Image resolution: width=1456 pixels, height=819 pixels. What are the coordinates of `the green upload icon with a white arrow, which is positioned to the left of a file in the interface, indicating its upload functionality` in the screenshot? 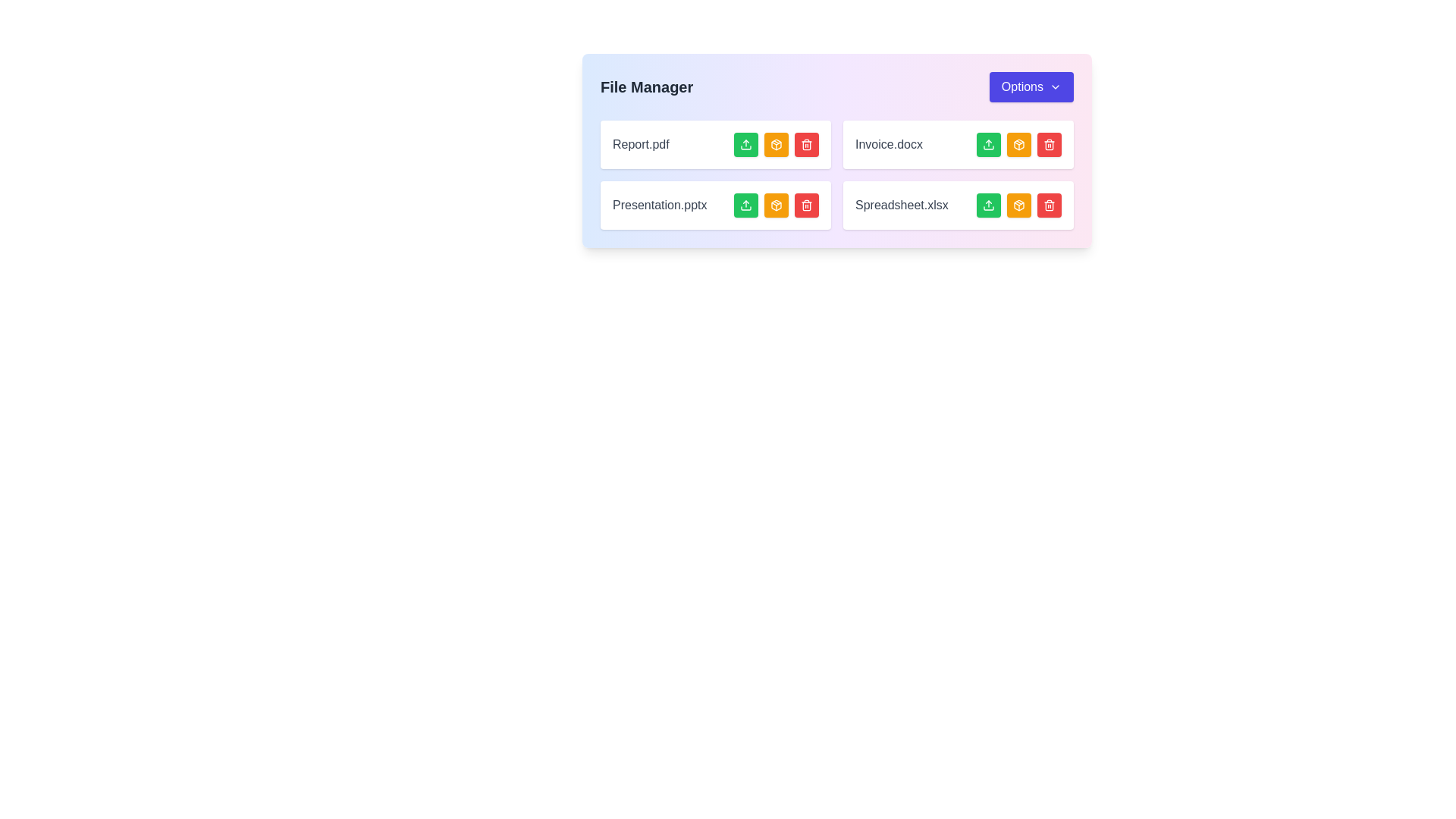 It's located at (989, 145).